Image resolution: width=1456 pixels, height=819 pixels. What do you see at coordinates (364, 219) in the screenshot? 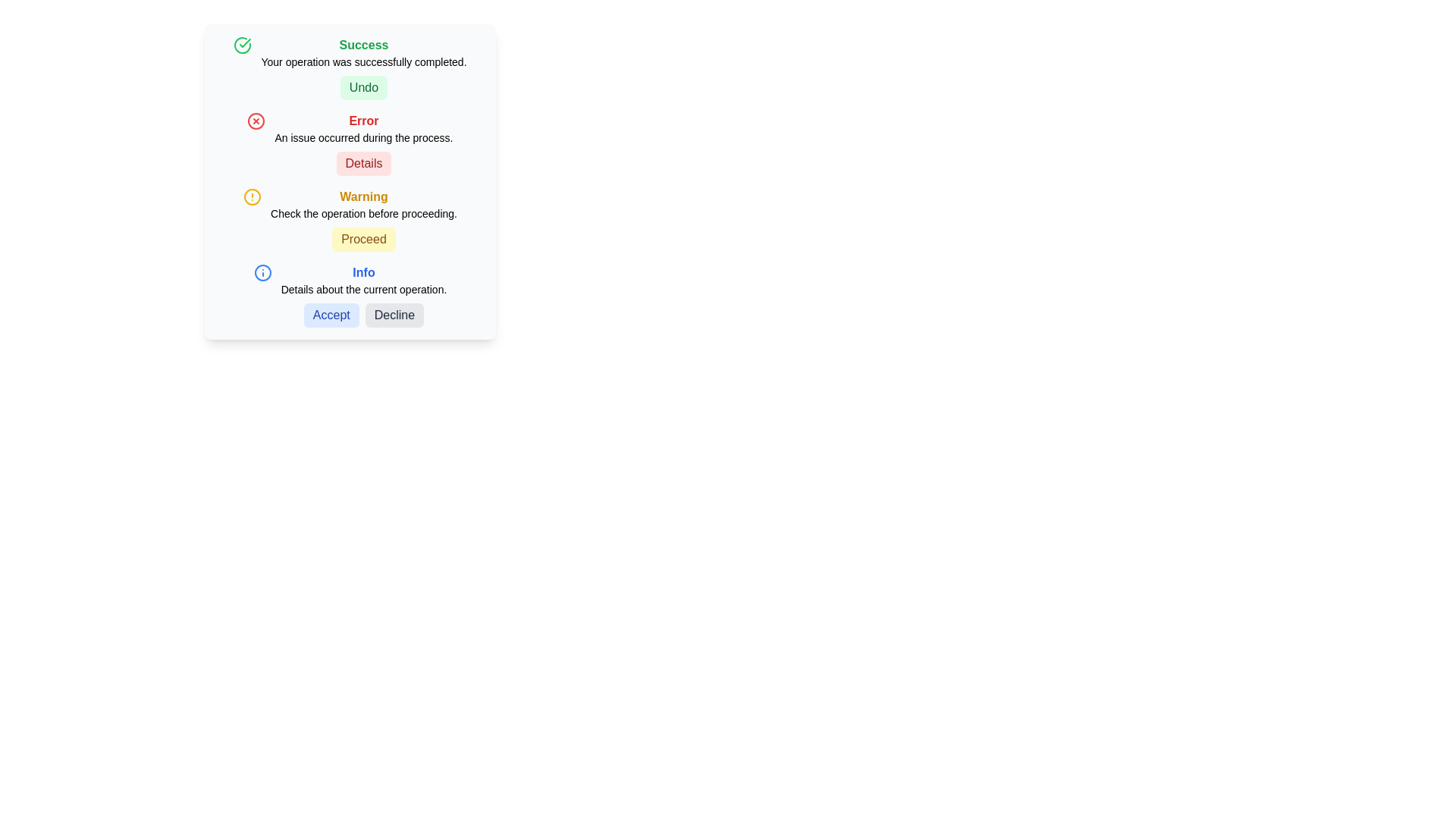
I see `the 'Proceed' button located at the bottom of the warning panel with the title 'Warning' and instructional text 'Check the operation before proceeding.'` at bounding box center [364, 219].